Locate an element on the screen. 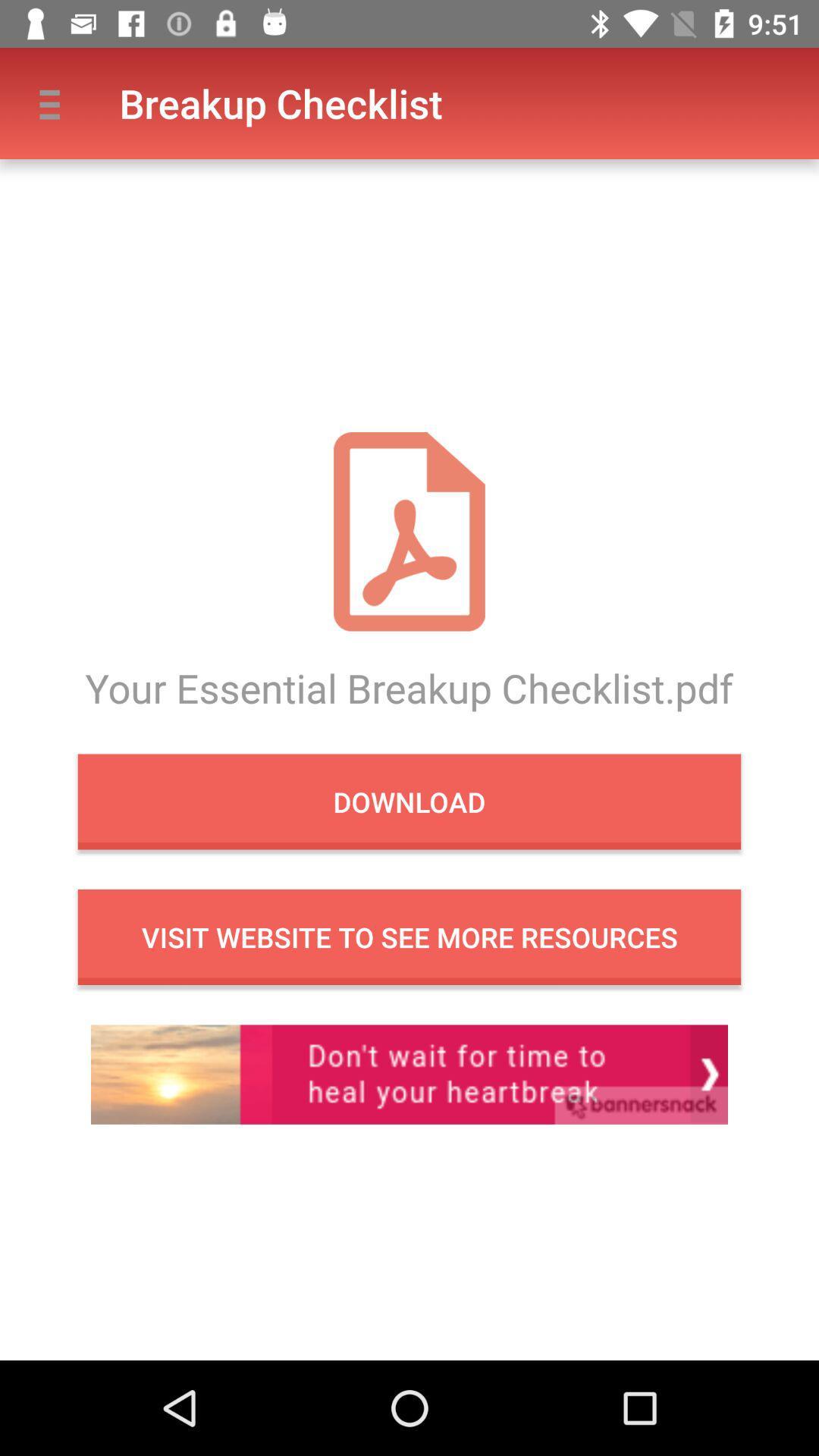 Image resolution: width=819 pixels, height=1456 pixels. in app advertisement is located at coordinates (409, 1074).